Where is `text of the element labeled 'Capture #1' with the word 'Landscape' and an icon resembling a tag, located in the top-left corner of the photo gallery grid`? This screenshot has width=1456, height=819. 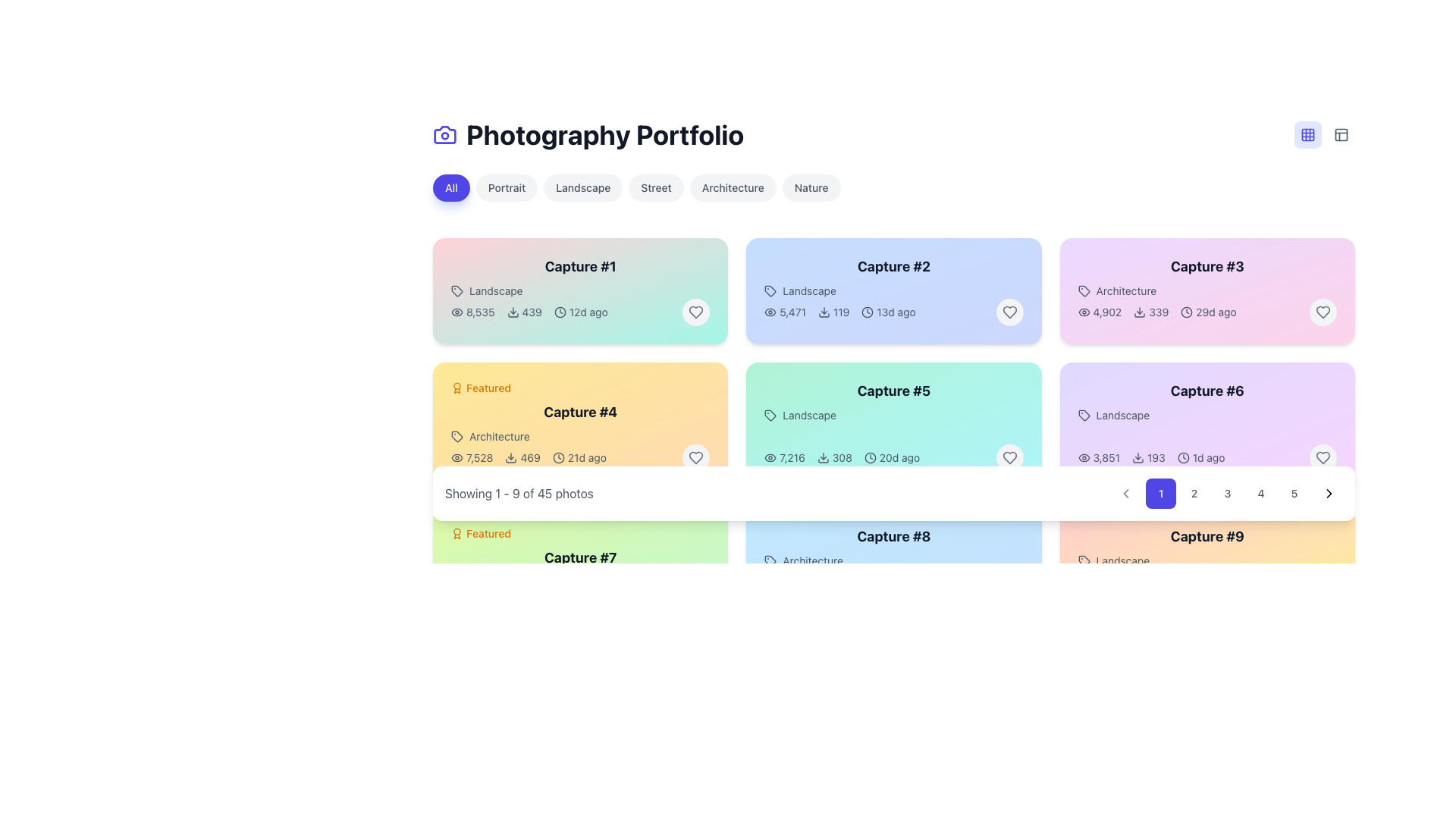 text of the element labeled 'Capture #1' with the word 'Landscape' and an icon resembling a tag, located in the top-left corner of the photo gallery grid is located at coordinates (579, 278).